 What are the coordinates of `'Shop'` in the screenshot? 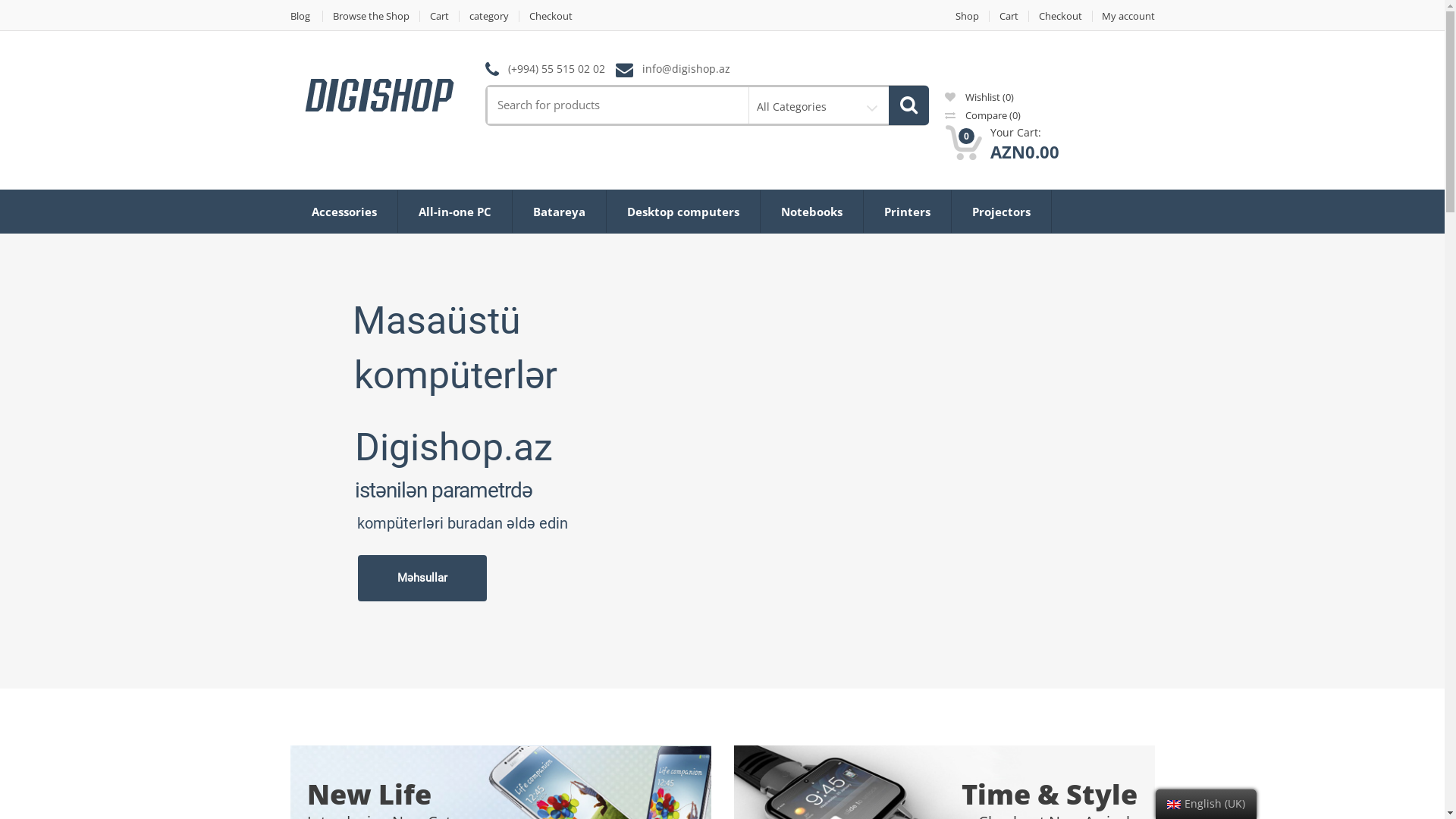 It's located at (966, 16).